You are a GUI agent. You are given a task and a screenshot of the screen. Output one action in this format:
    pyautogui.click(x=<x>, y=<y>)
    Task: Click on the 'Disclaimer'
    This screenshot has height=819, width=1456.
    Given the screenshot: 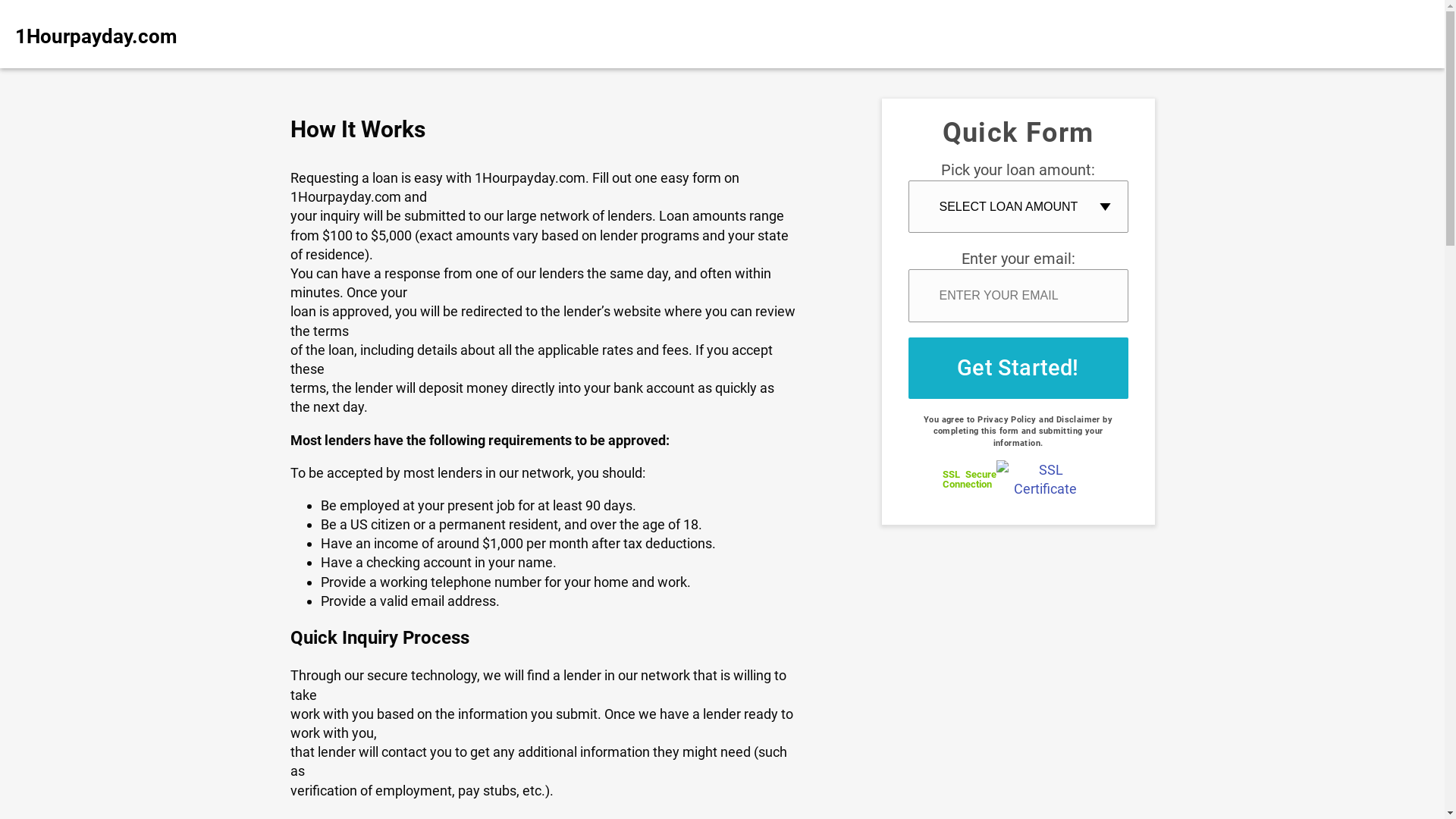 What is the action you would take?
    pyautogui.click(x=1077, y=419)
    